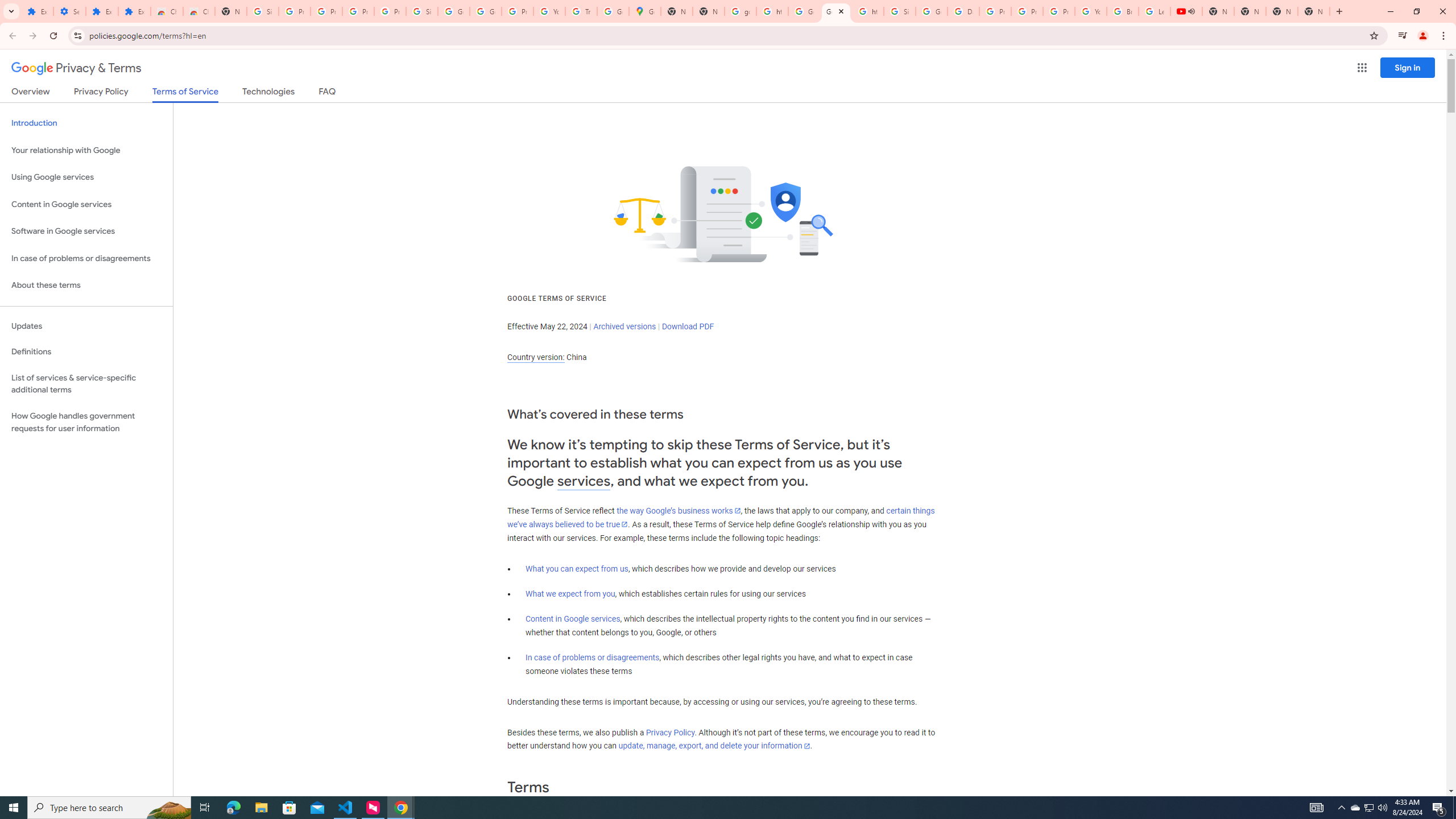 This screenshot has height=819, width=1456. I want to click on 'services', so click(584, 481).